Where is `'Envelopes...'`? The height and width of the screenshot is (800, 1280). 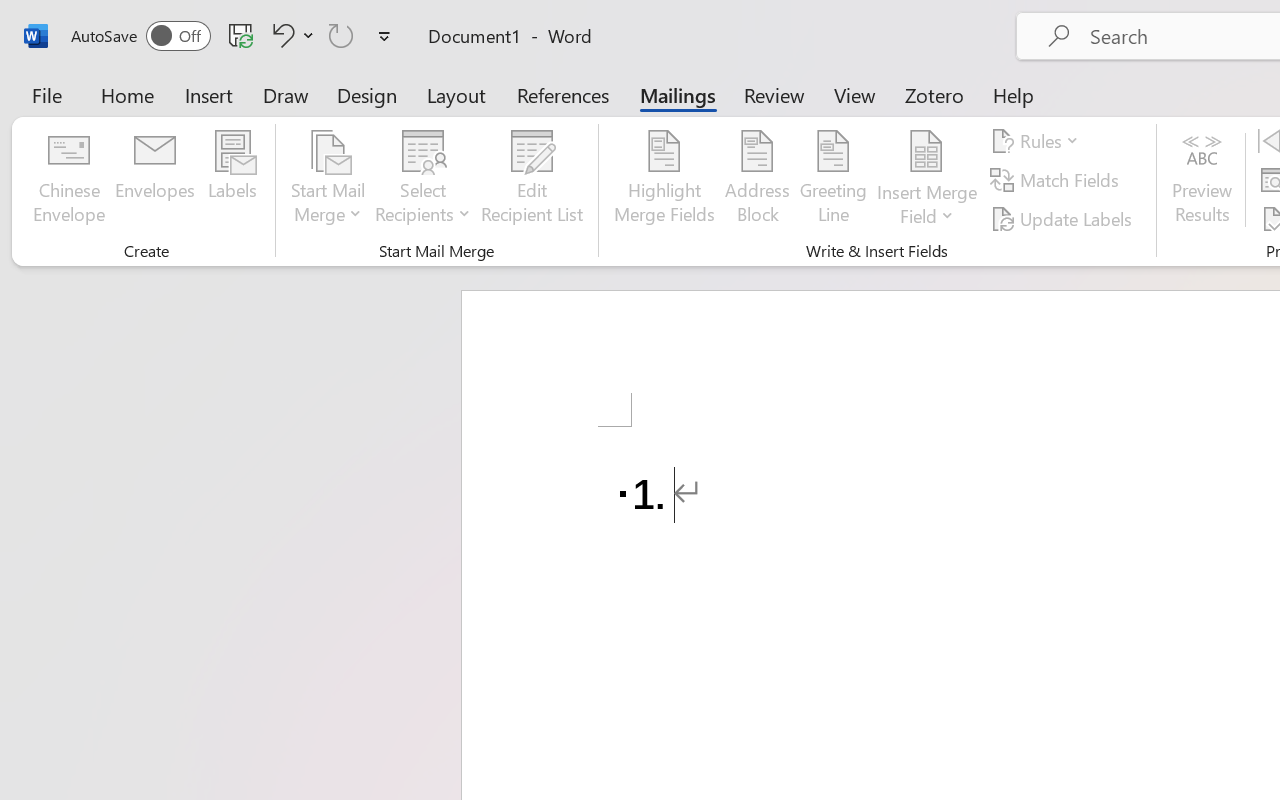 'Envelopes...' is located at coordinates (154, 179).